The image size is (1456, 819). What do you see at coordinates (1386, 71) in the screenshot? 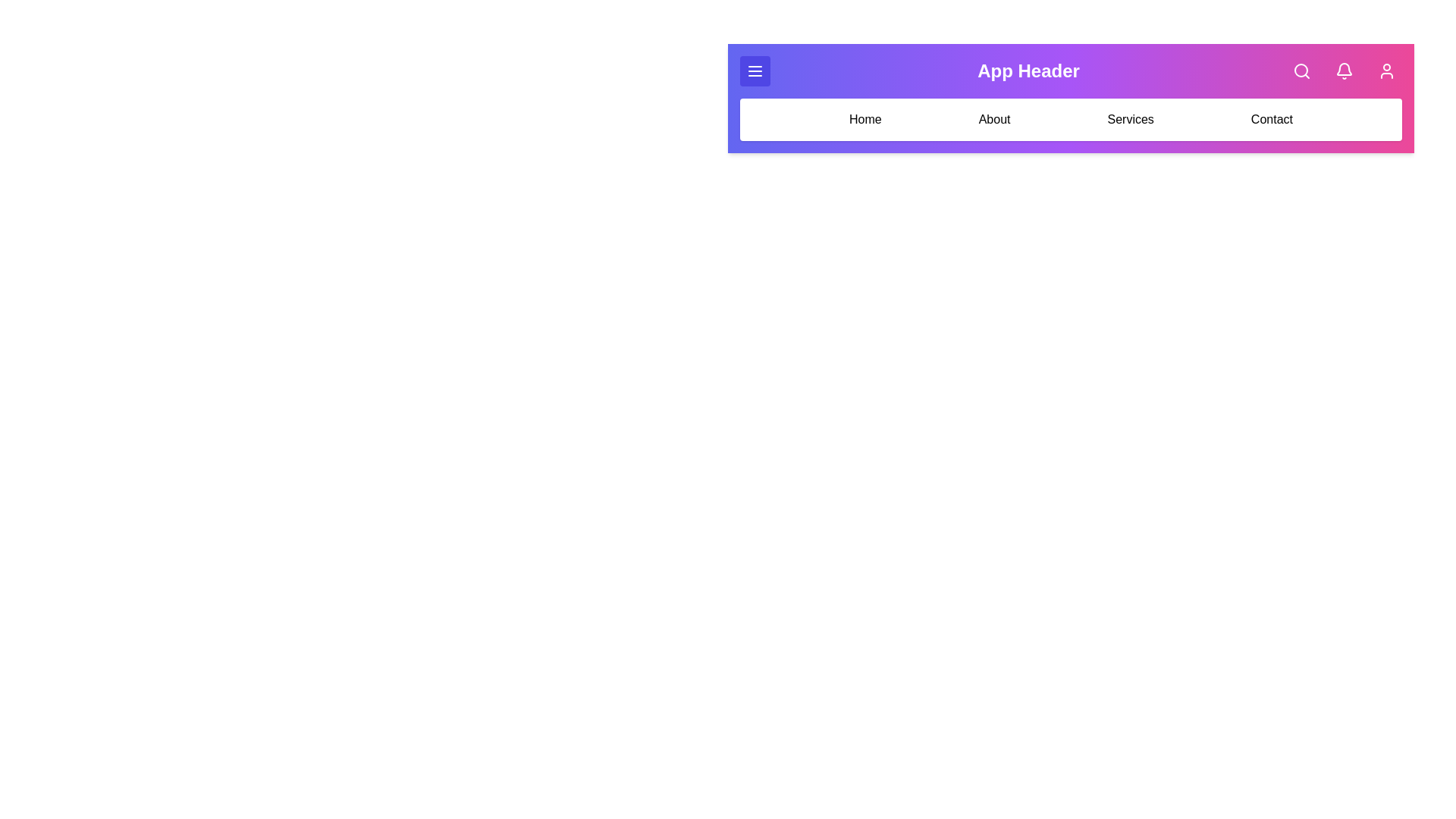
I see `the user icon in the application bar` at bounding box center [1386, 71].